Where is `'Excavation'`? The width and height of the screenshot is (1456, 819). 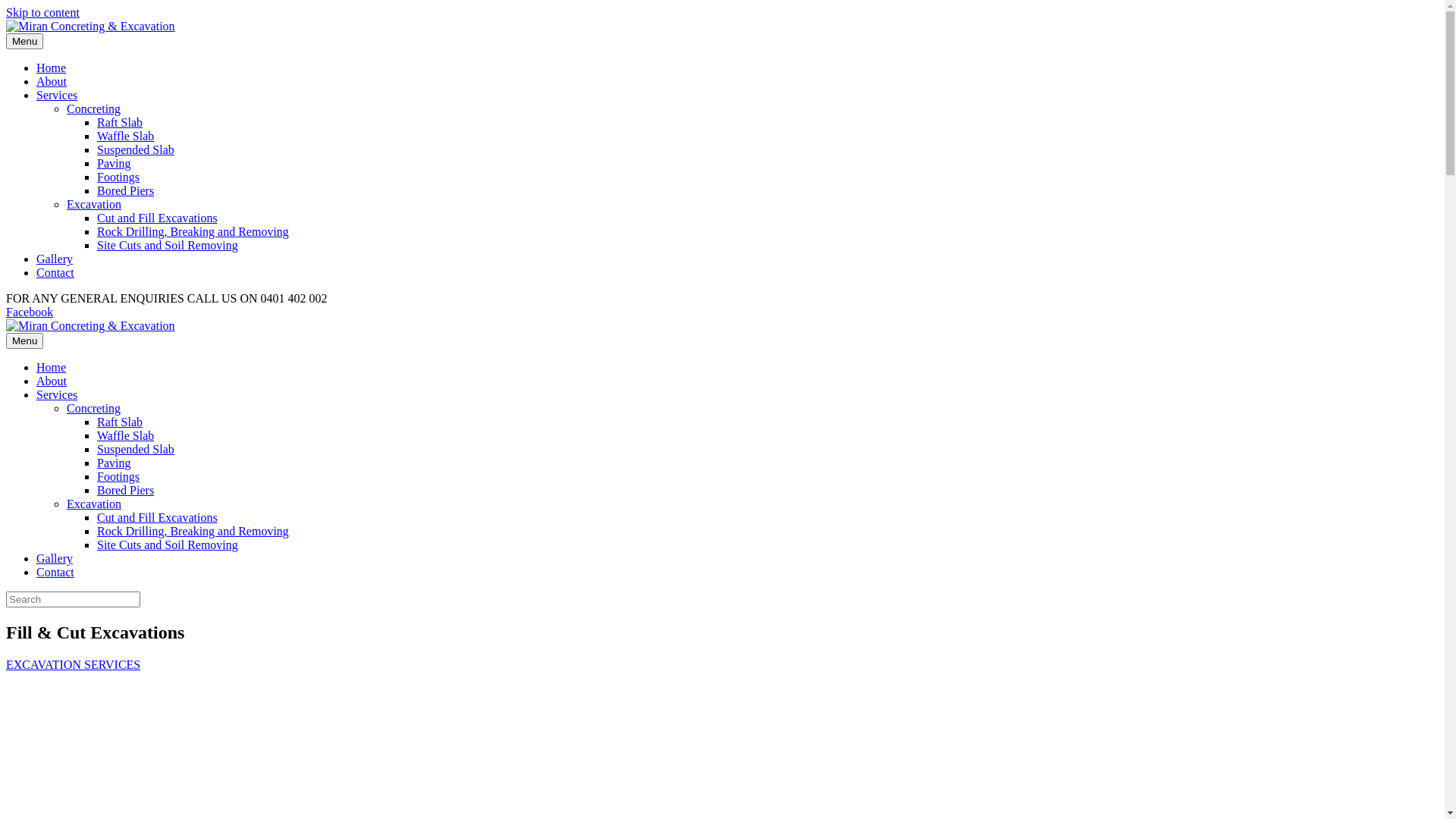
'Excavation' is located at coordinates (93, 504).